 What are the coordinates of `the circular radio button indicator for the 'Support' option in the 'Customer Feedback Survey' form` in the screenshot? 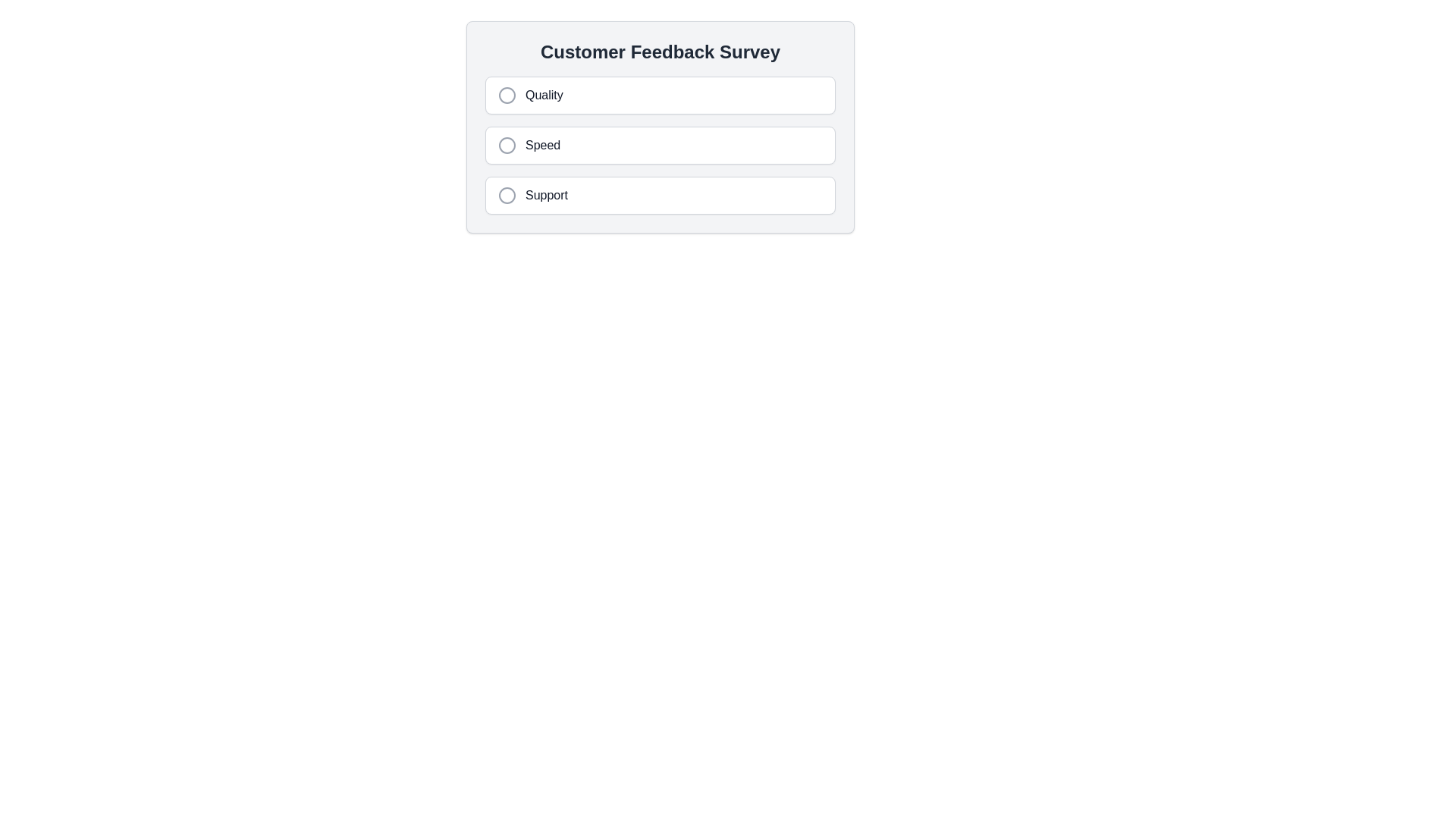 It's located at (507, 195).